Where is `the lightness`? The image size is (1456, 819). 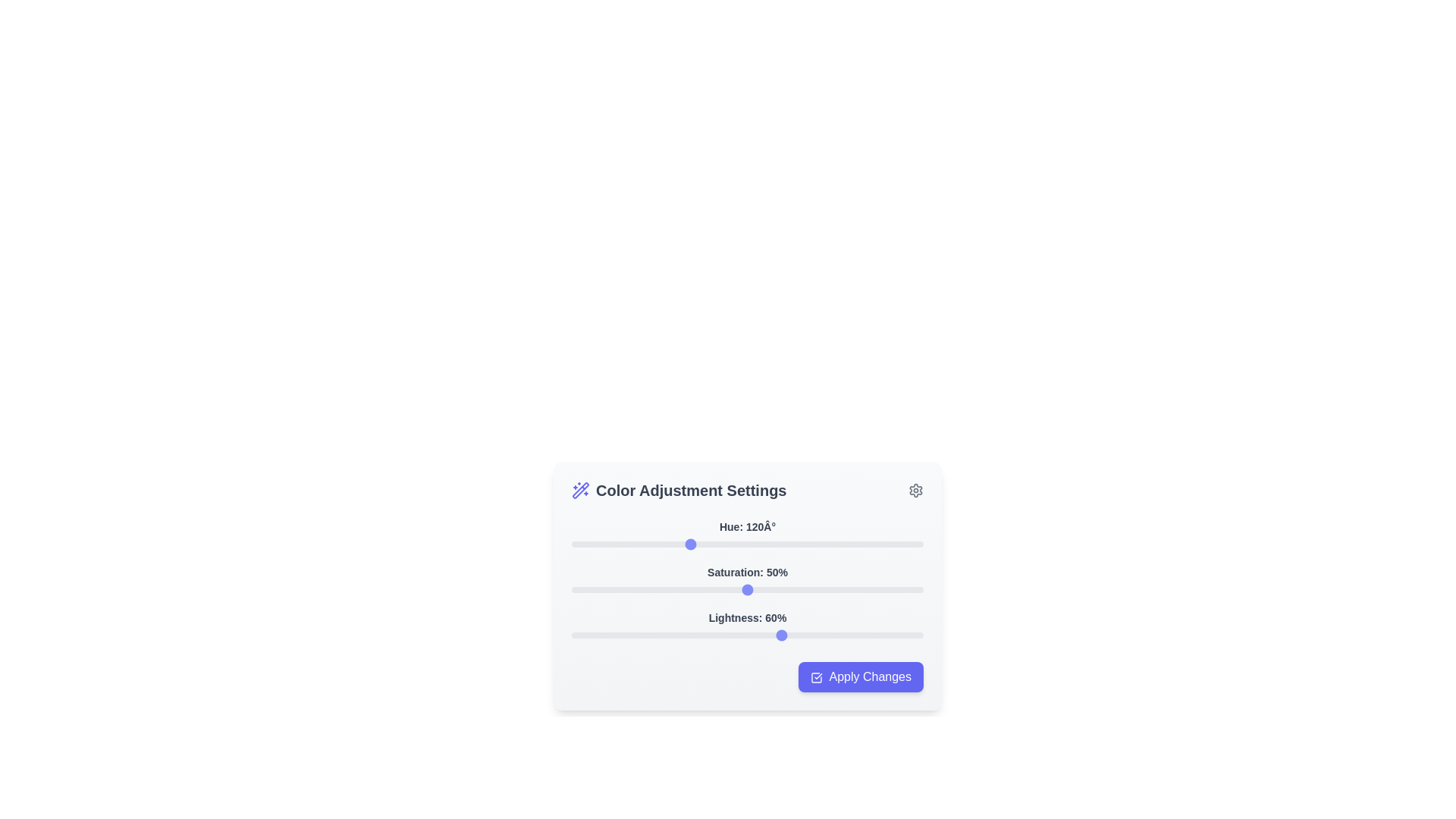 the lightness is located at coordinates (744, 635).